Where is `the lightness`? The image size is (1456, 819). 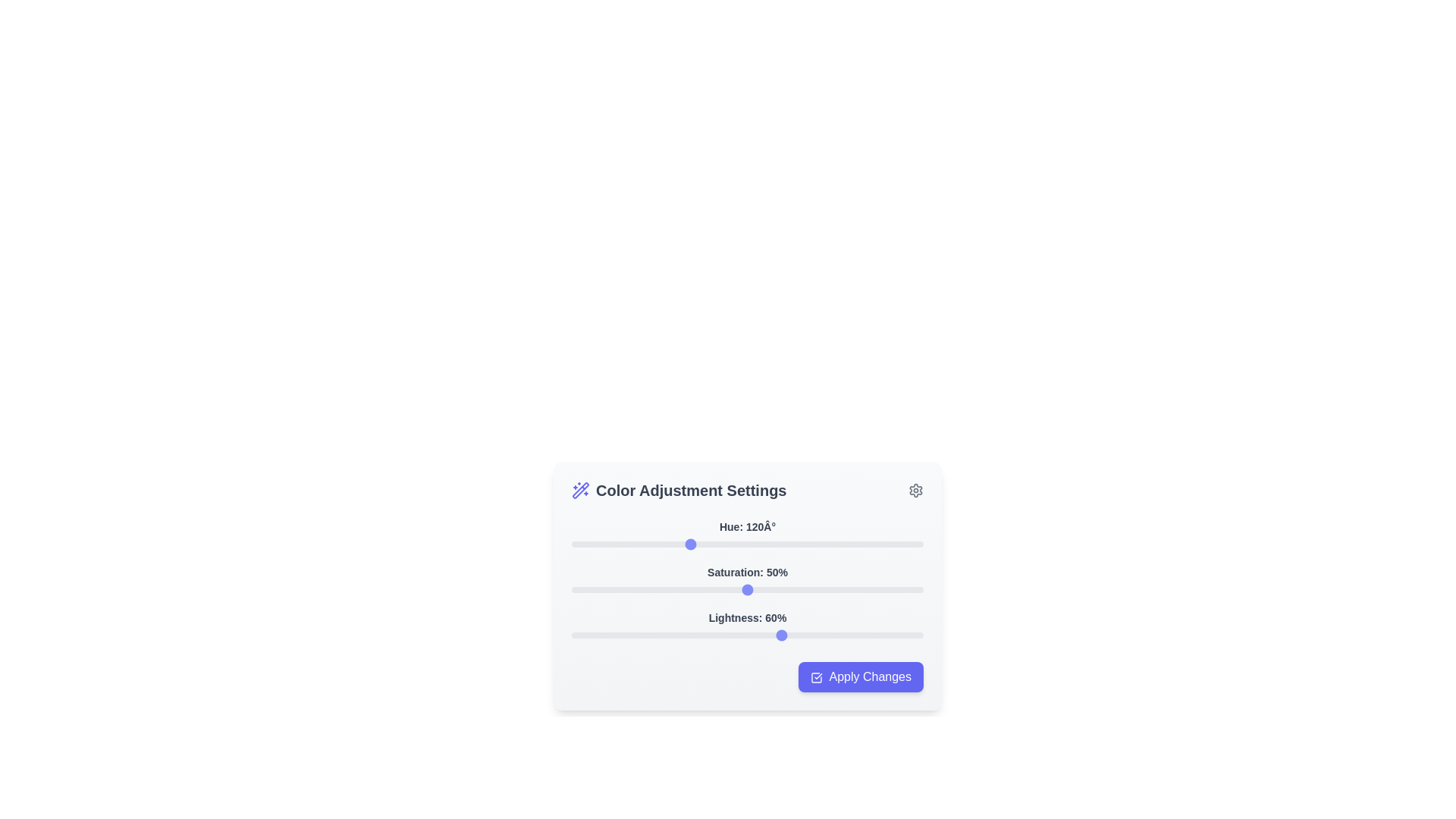 the lightness is located at coordinates (744, 635).